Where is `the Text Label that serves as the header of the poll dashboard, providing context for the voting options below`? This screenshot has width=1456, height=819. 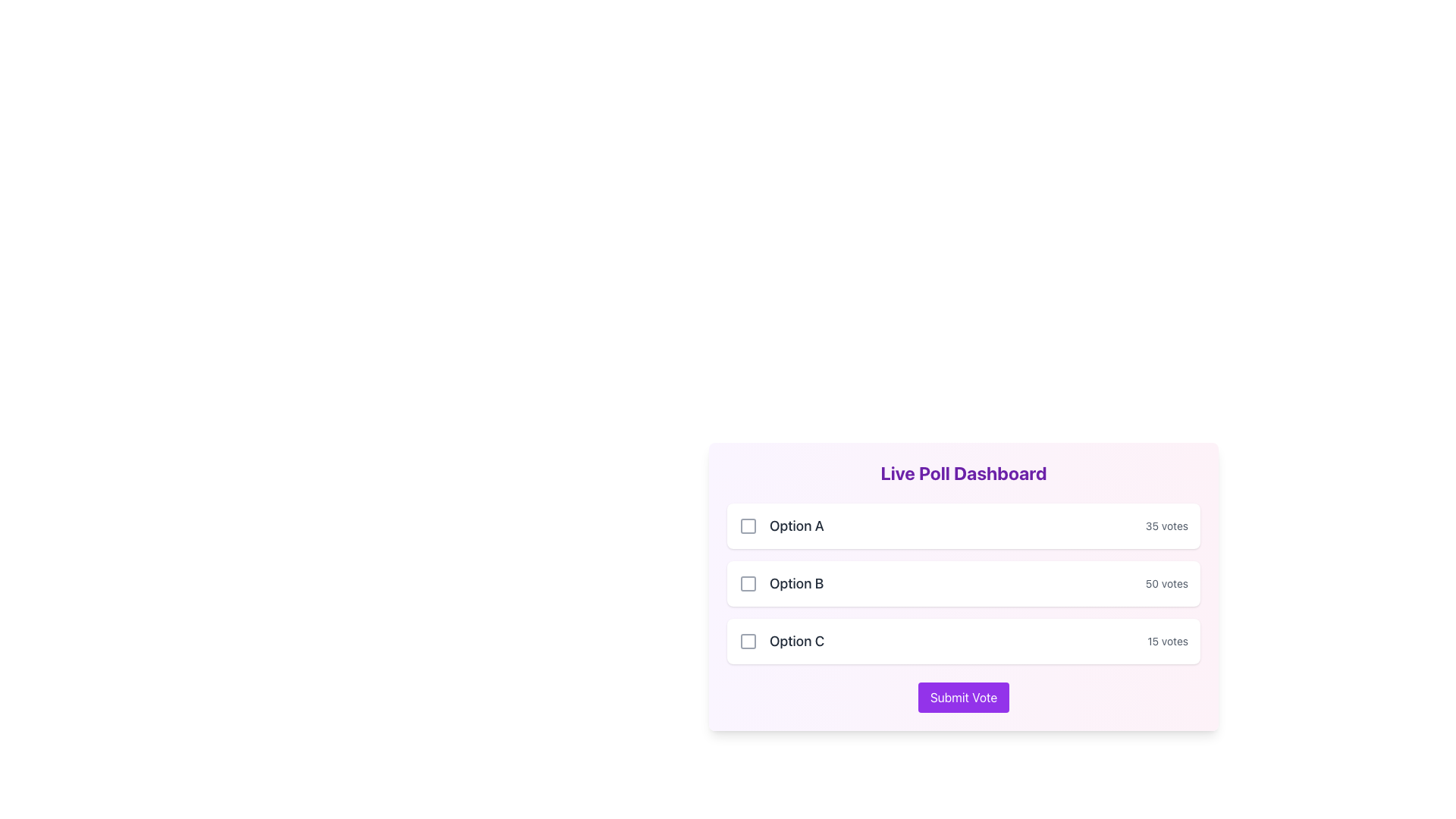
the Text Label that serves as the header of the poll dashboard, providing context for the voting options below is located at coordinates (963, 472).